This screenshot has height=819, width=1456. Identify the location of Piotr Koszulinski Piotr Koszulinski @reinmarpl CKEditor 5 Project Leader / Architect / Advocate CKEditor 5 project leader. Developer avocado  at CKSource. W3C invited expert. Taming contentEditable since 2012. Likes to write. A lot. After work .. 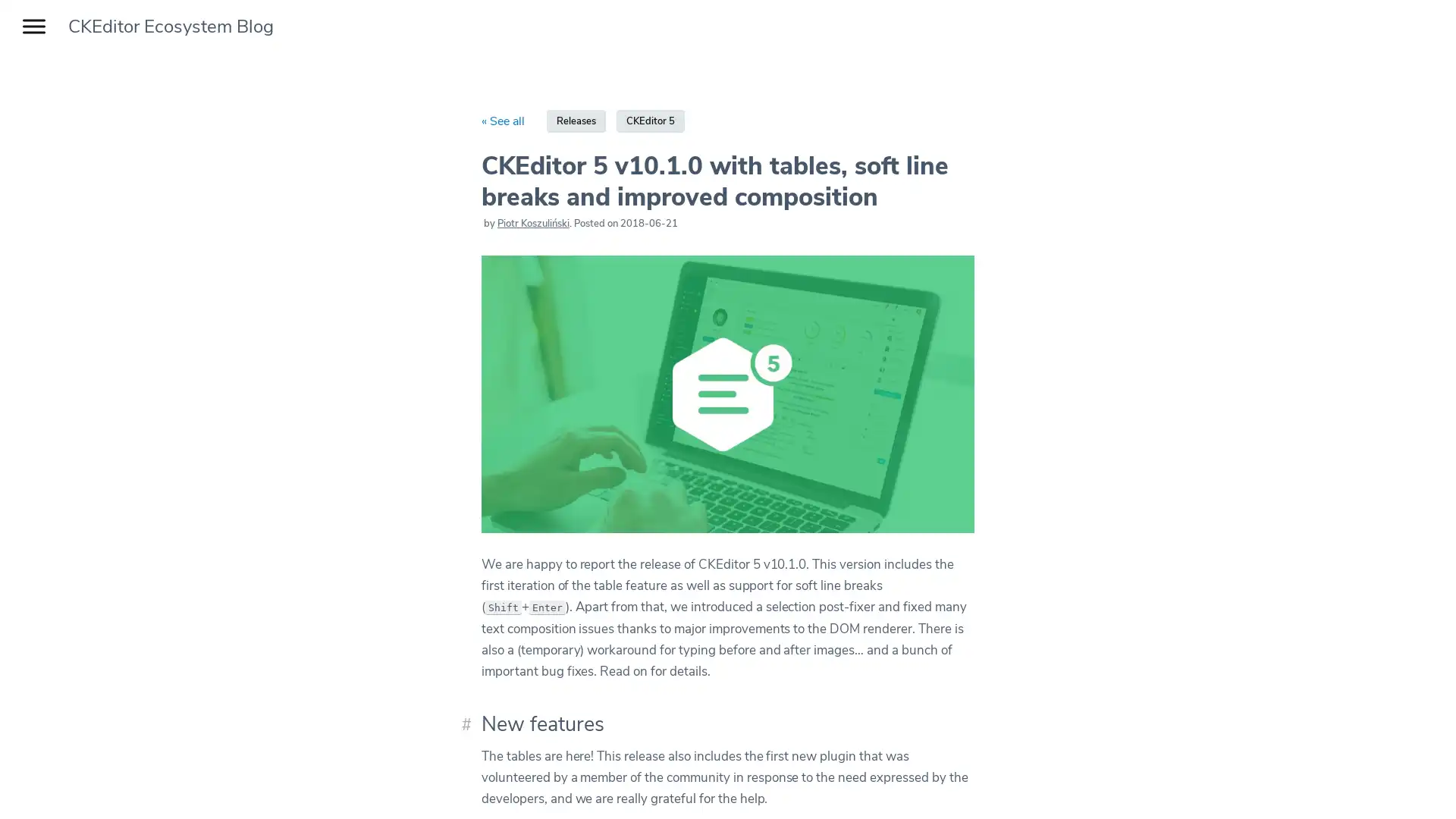
(533, 223).